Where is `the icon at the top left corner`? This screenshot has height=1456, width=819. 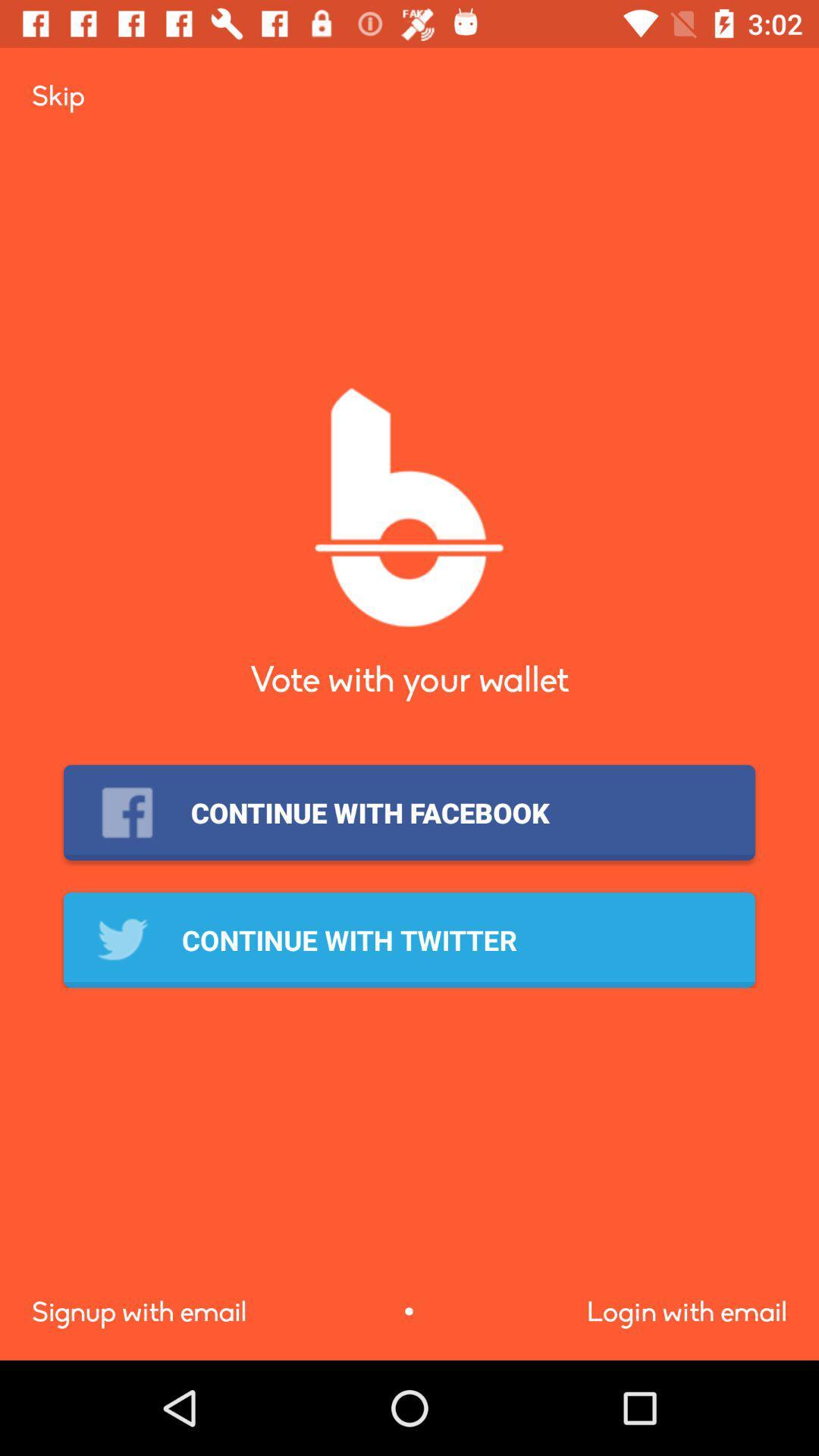
the icon at the top left corner is located at coordinates (57, 95).